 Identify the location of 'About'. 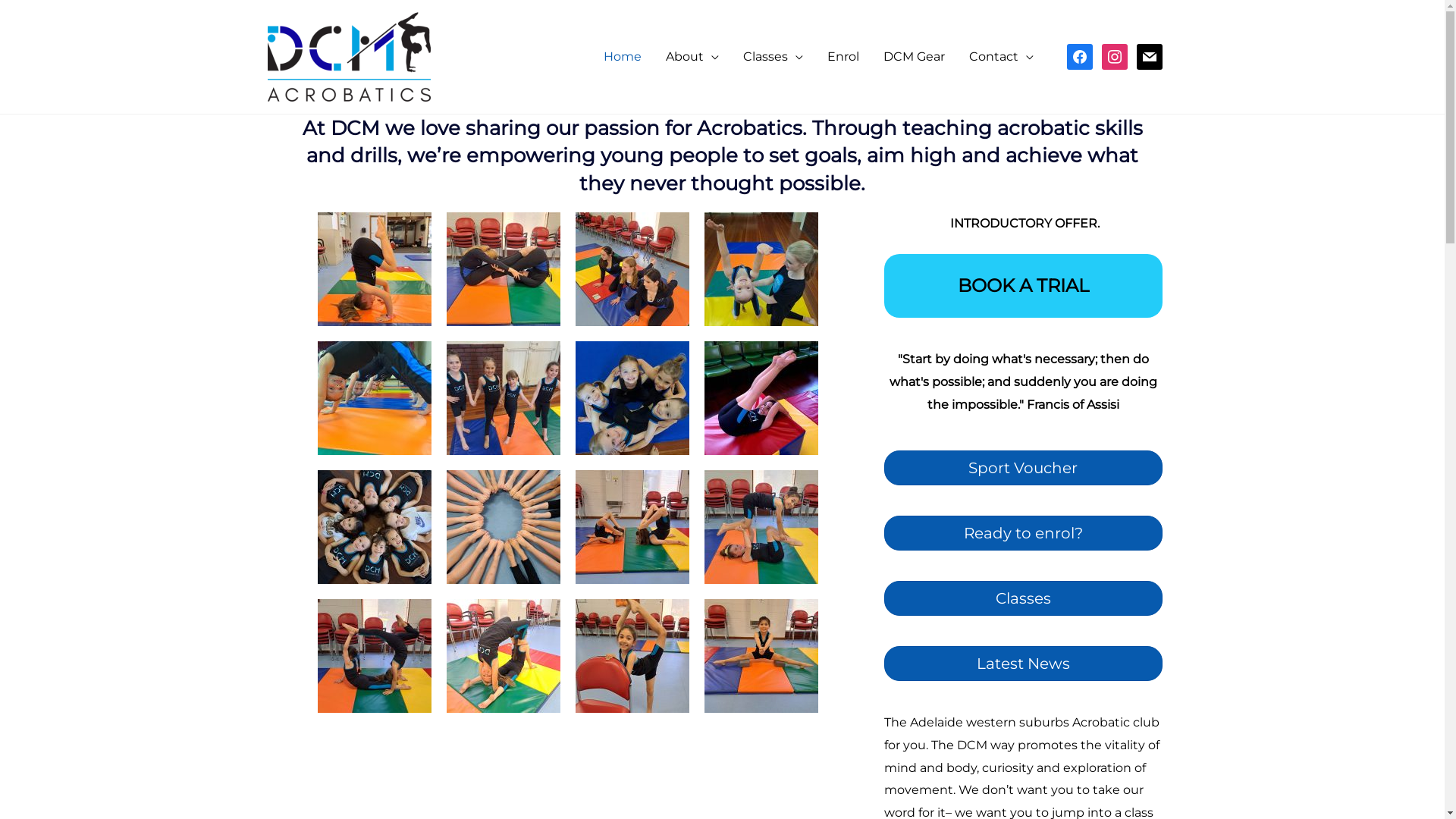
(654, 55).